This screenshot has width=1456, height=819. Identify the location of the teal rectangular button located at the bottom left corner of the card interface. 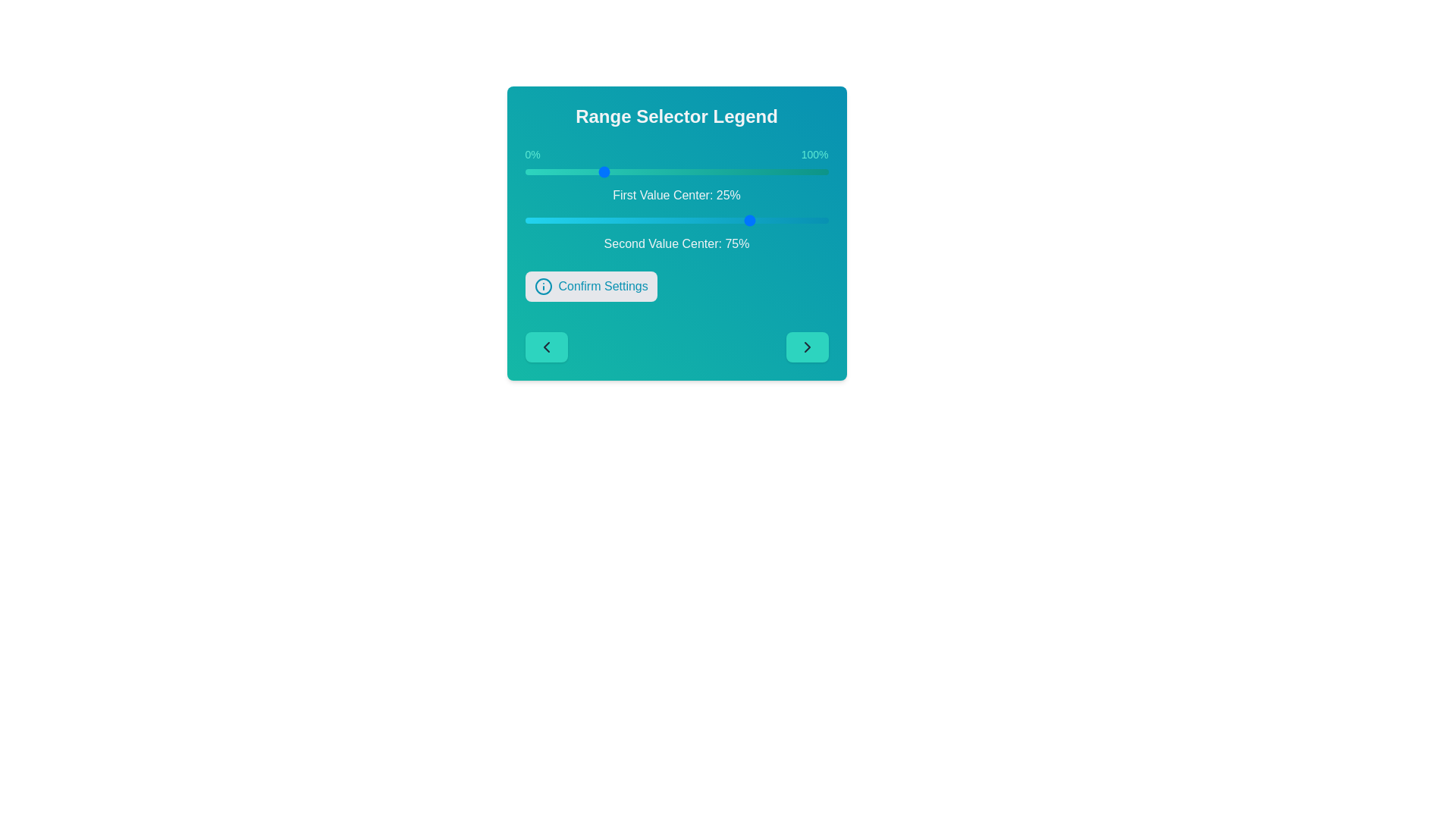
(546, 347).